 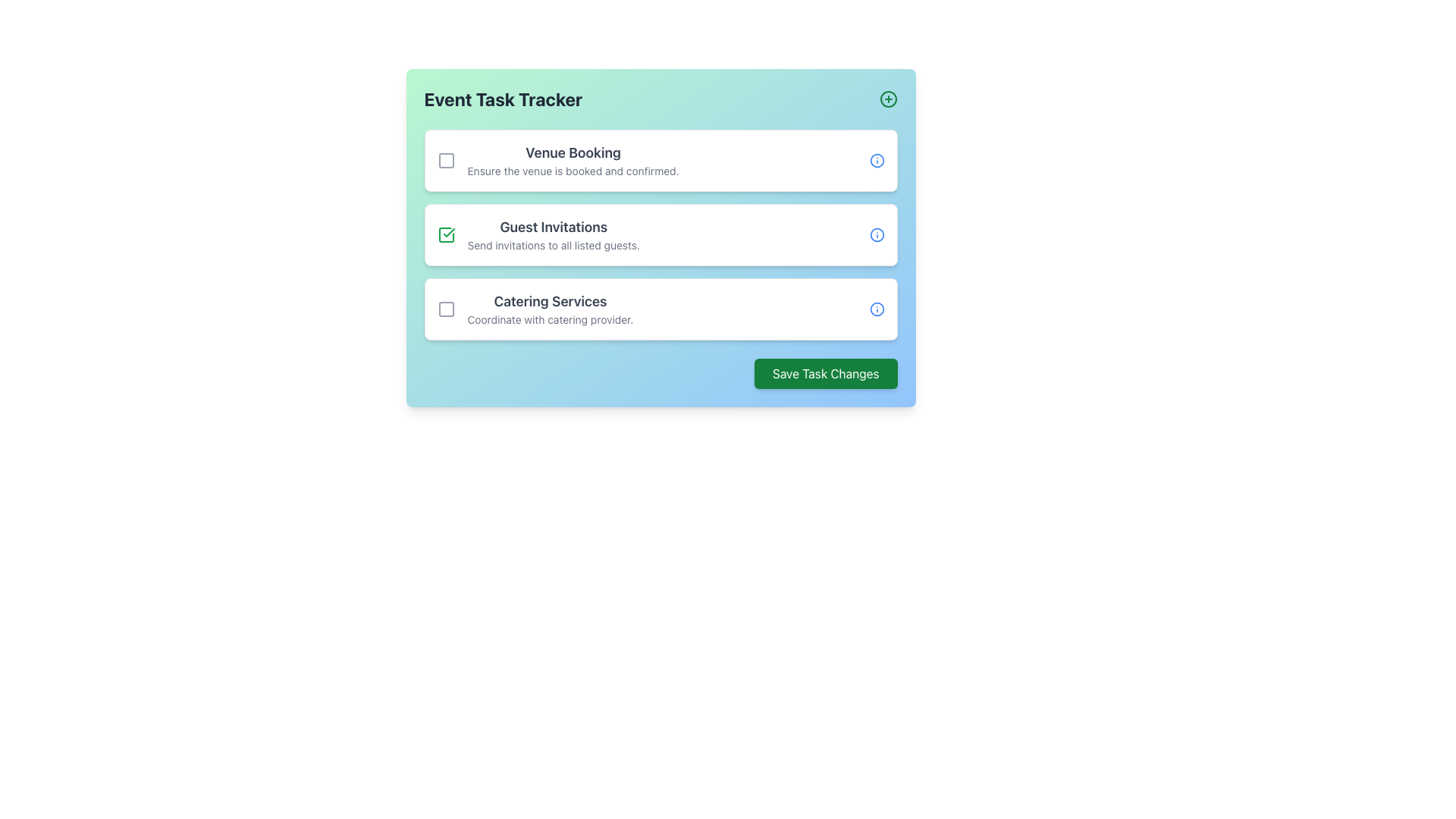 What do you see at coordinates (888, 99) in the screenshot?
I see `the 'add' or 'create' button located in the top-right corner of the 'Event Task Tracker' section` at bounding box center [888, 99].